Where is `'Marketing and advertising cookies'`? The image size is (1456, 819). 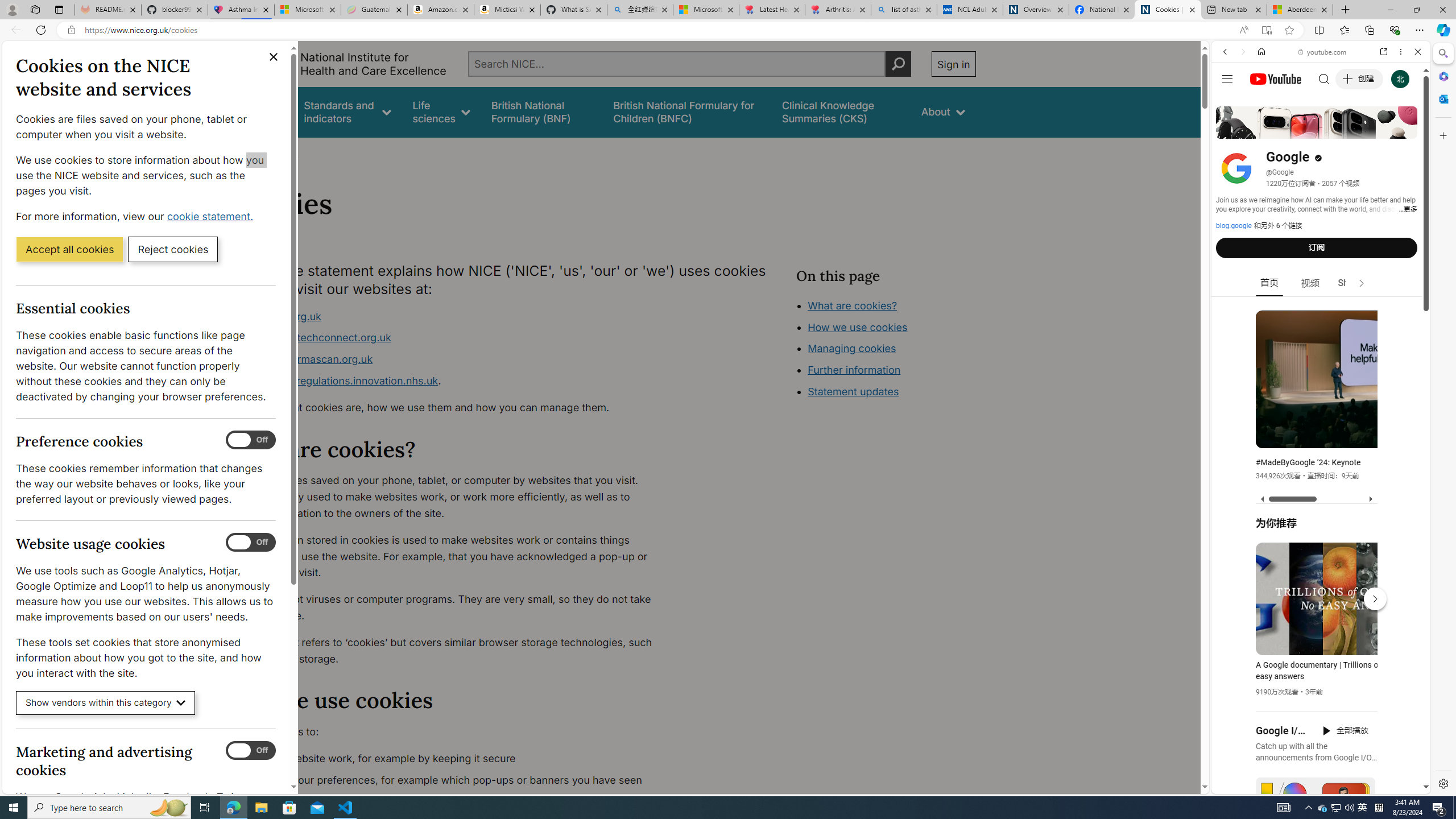 'Marketing and advertising cookies' is located at coordinates (250, 751).